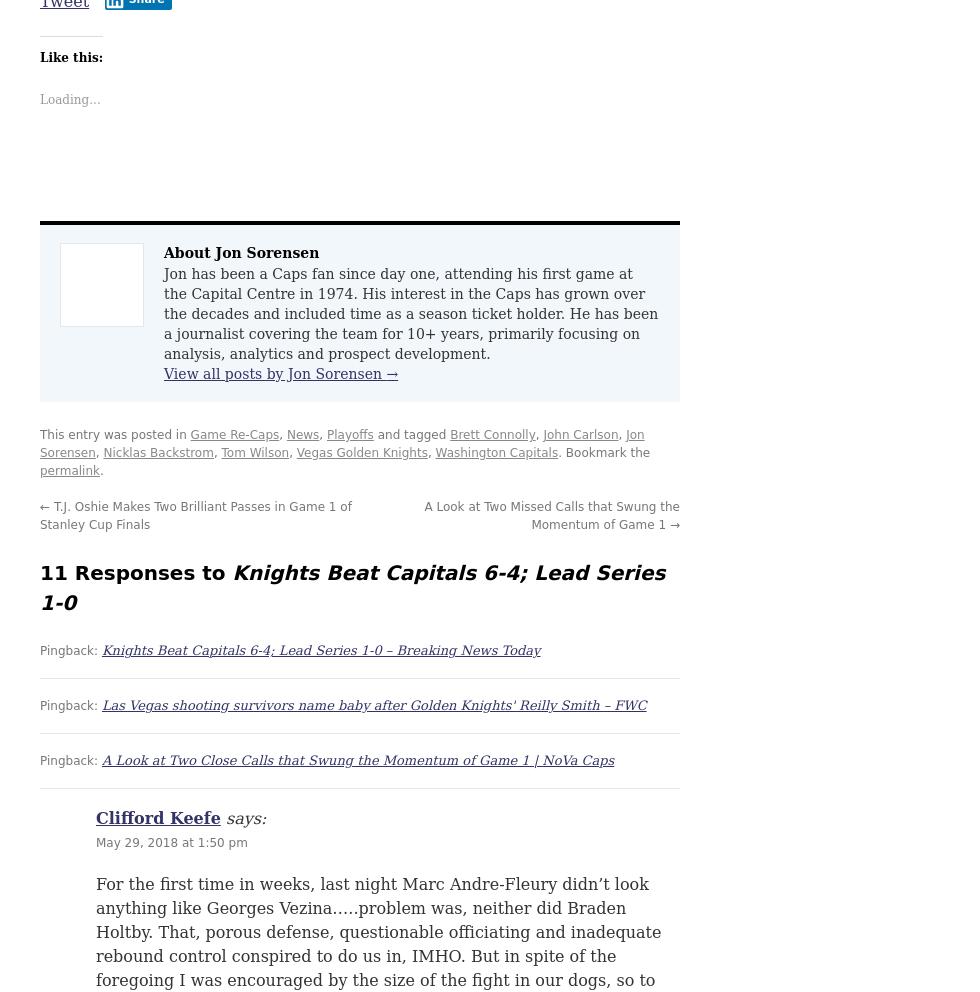 The width and height of the screenshot is (980, 992). What do you see at coordinates (302, 433) in the screenshot?
I see `'News'` at bounding box center [302, 433].